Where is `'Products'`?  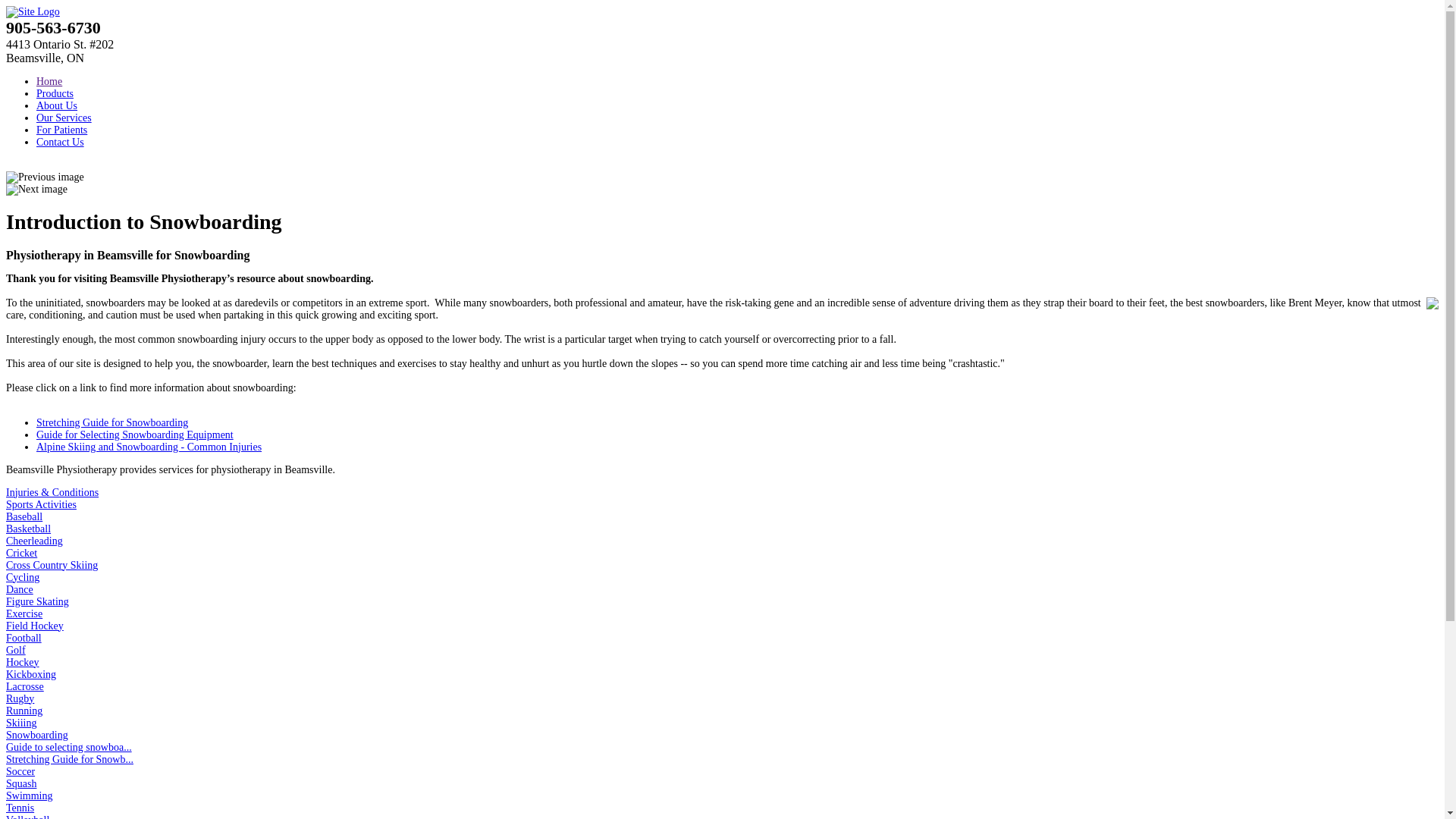
'Products' is located at coordinates (55, 93).